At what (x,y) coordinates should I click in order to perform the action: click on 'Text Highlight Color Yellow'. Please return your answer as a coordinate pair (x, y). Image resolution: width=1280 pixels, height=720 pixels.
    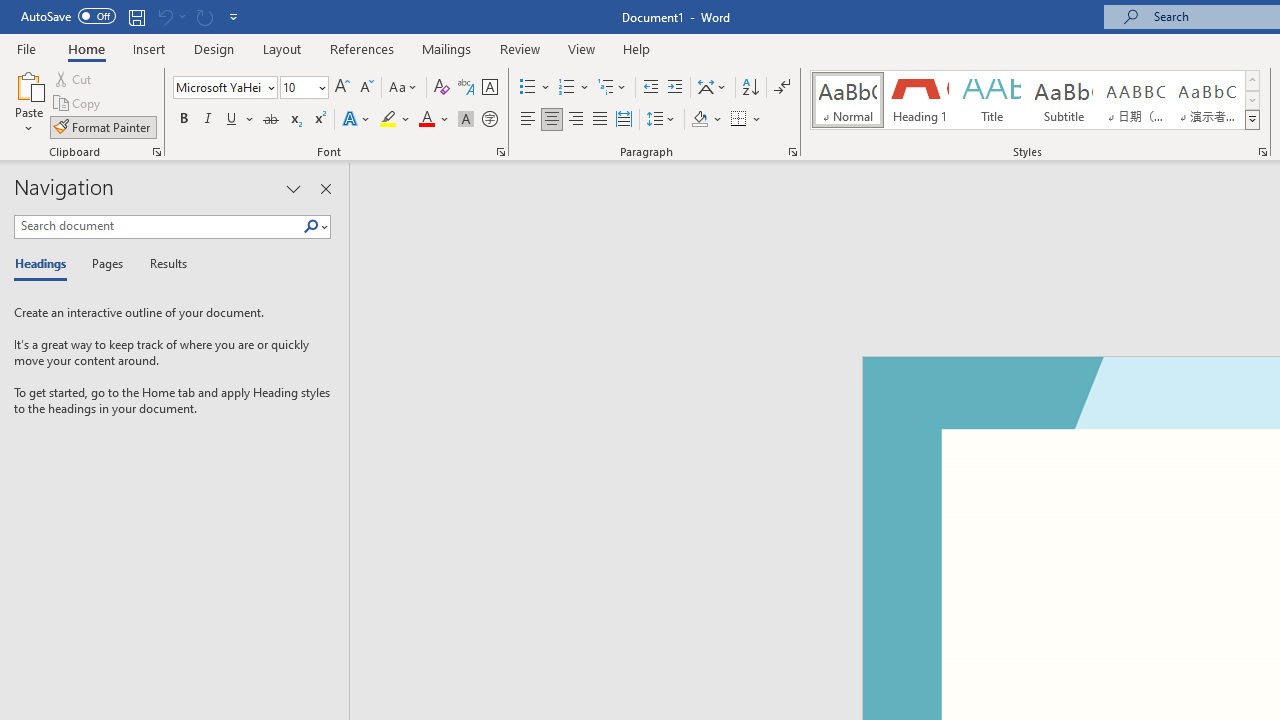
    Looking at the image, I should click on (388, 119).